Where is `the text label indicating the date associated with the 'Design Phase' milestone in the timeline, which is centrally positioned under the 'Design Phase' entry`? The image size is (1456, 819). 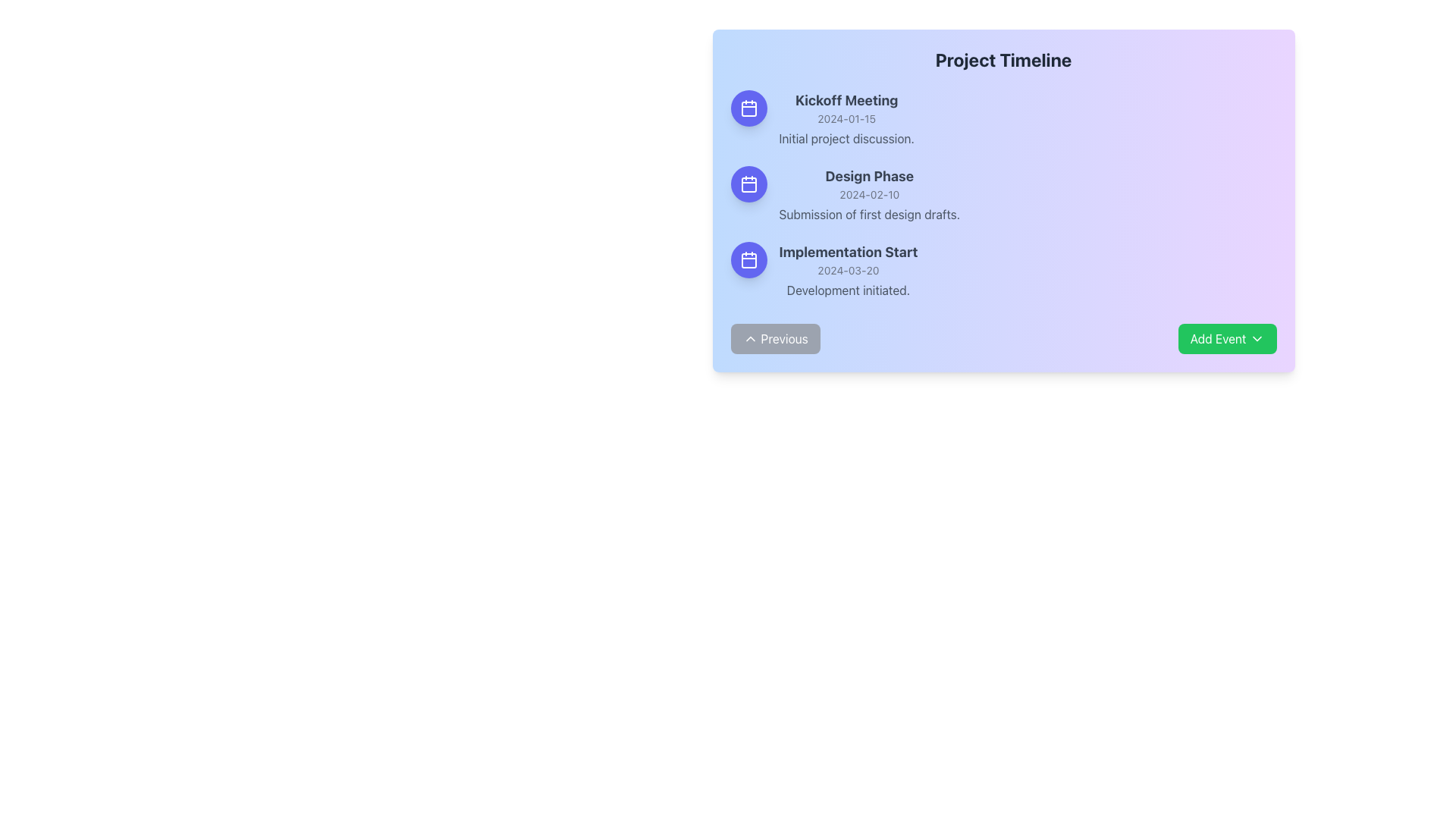 the text label indicating the date associated with the 'Design Phase' milestone in the timeline, which is centrally positioned under the 'Design Phase' entry is located at coordinates (869, 194).